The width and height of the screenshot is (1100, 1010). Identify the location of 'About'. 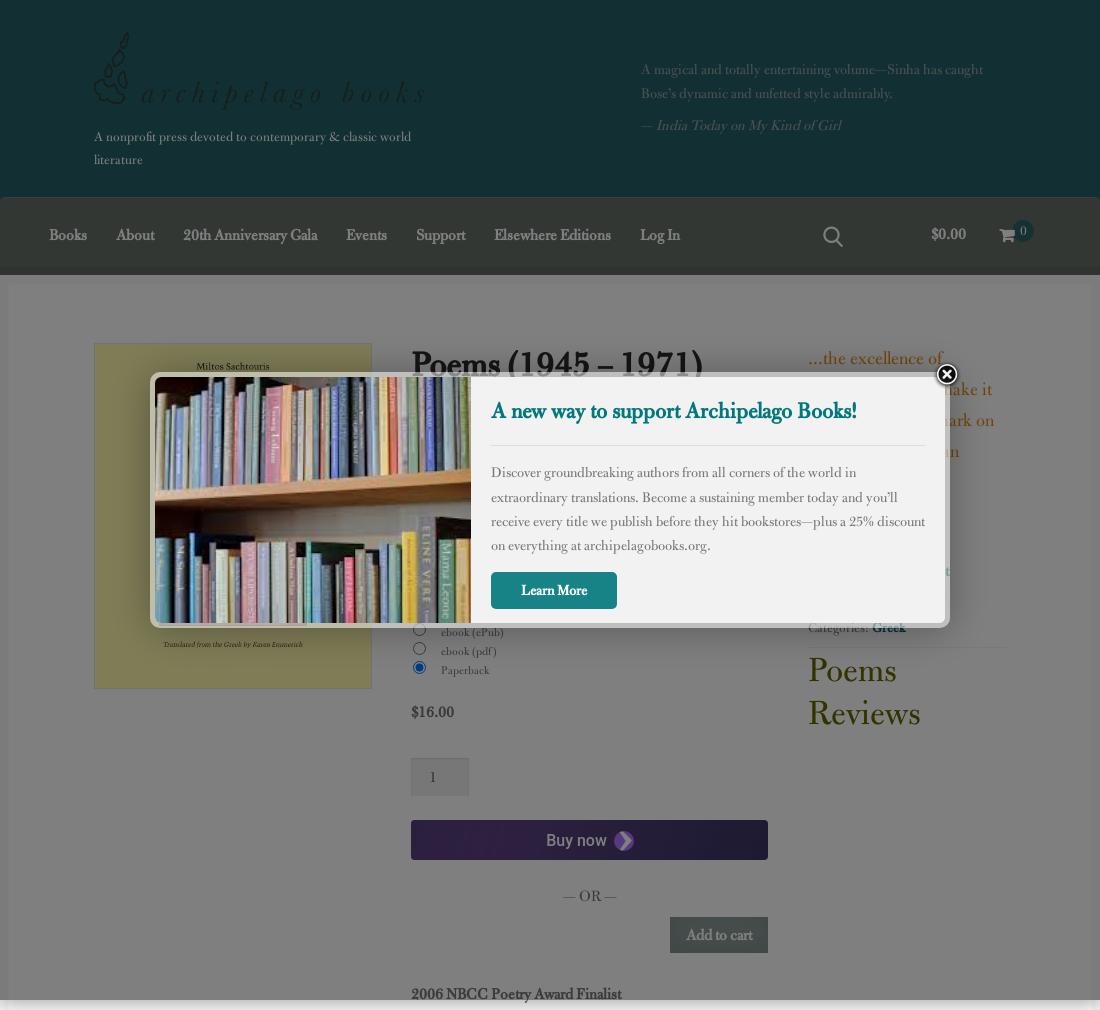
(134, 234).